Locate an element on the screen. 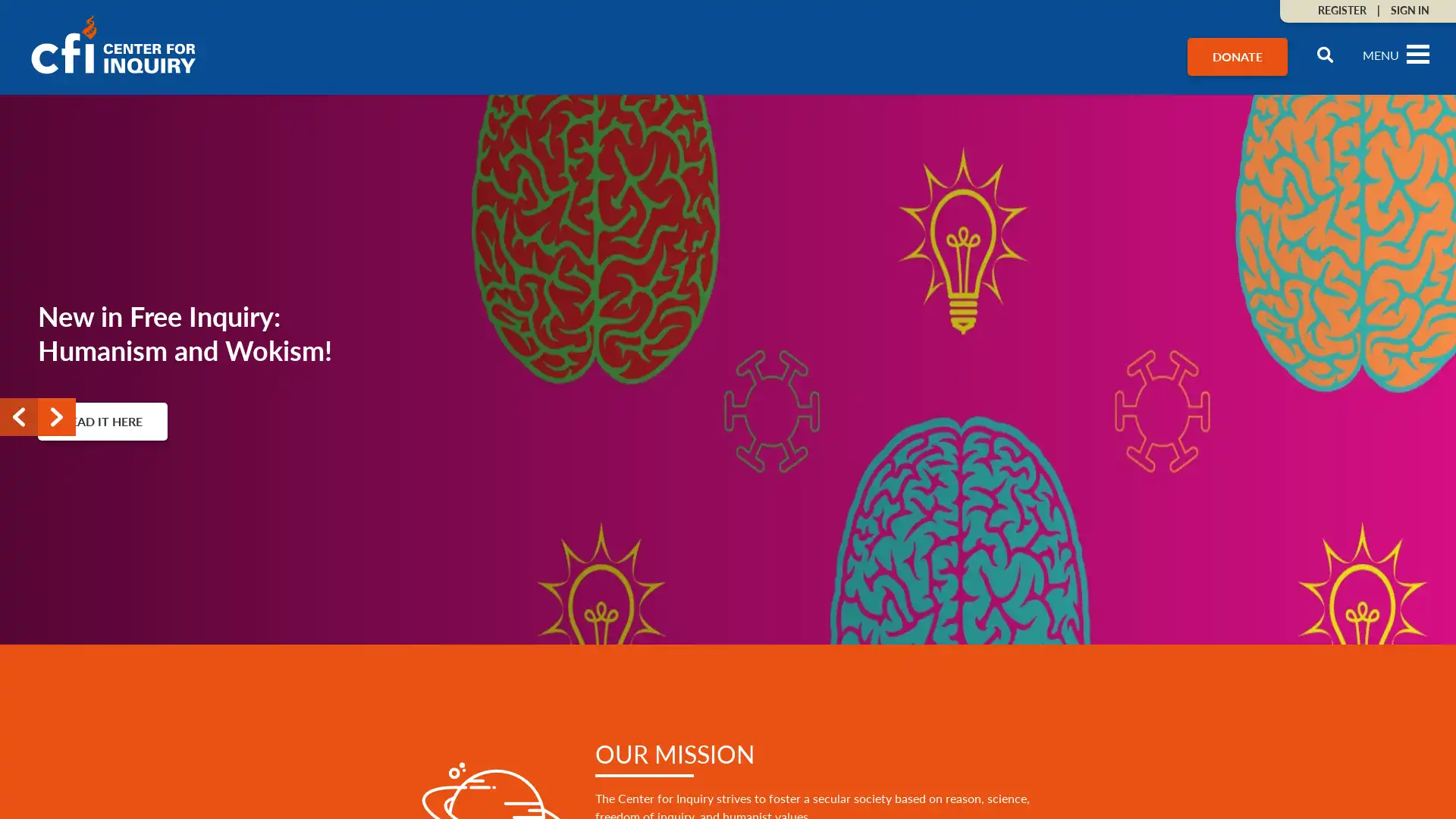 This screenshot has width=1456, height=819. DONATE is located at coordinates (1238, 55).